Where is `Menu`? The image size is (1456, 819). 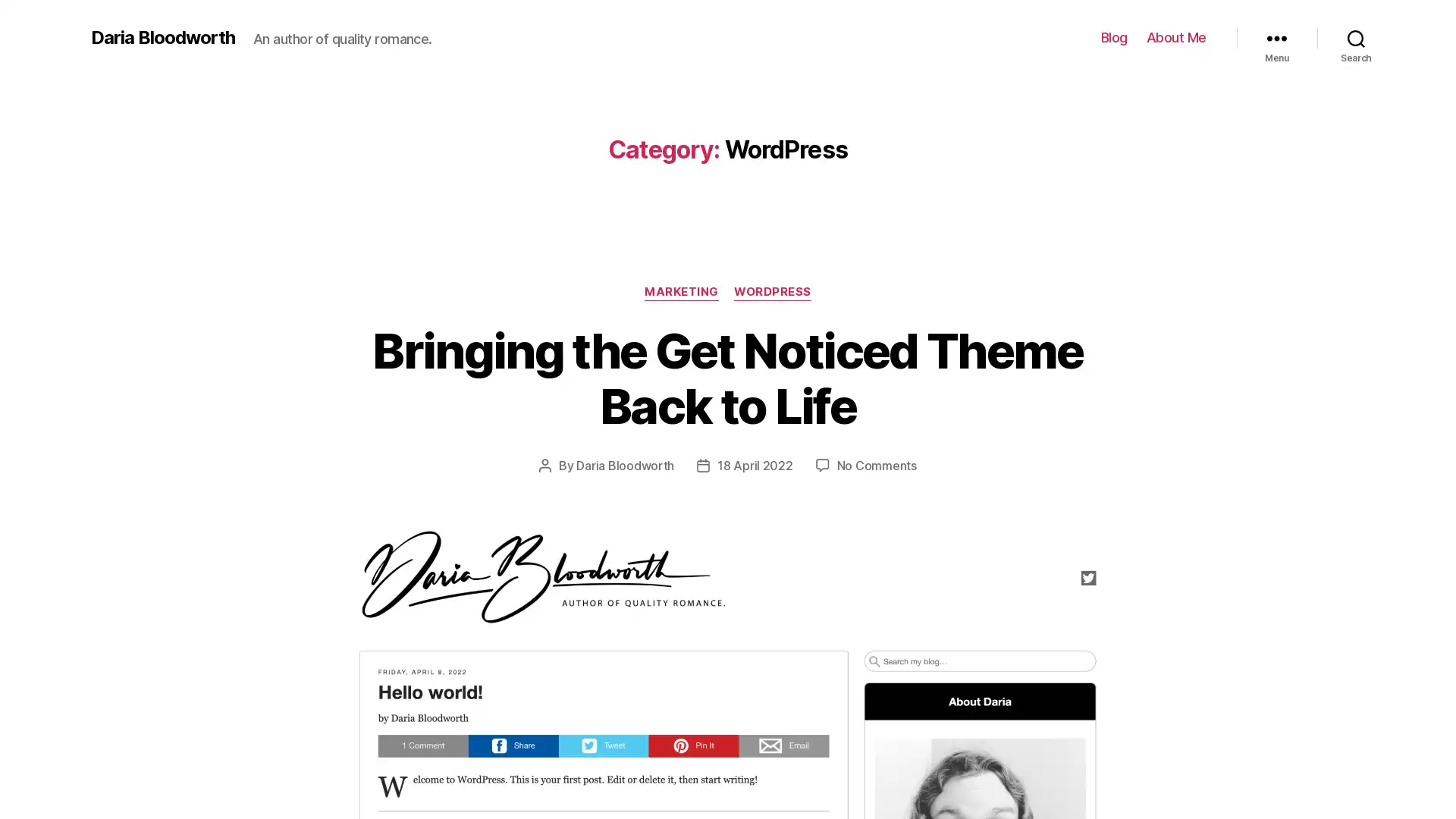
Menu is located at coordinates (1276, 37).